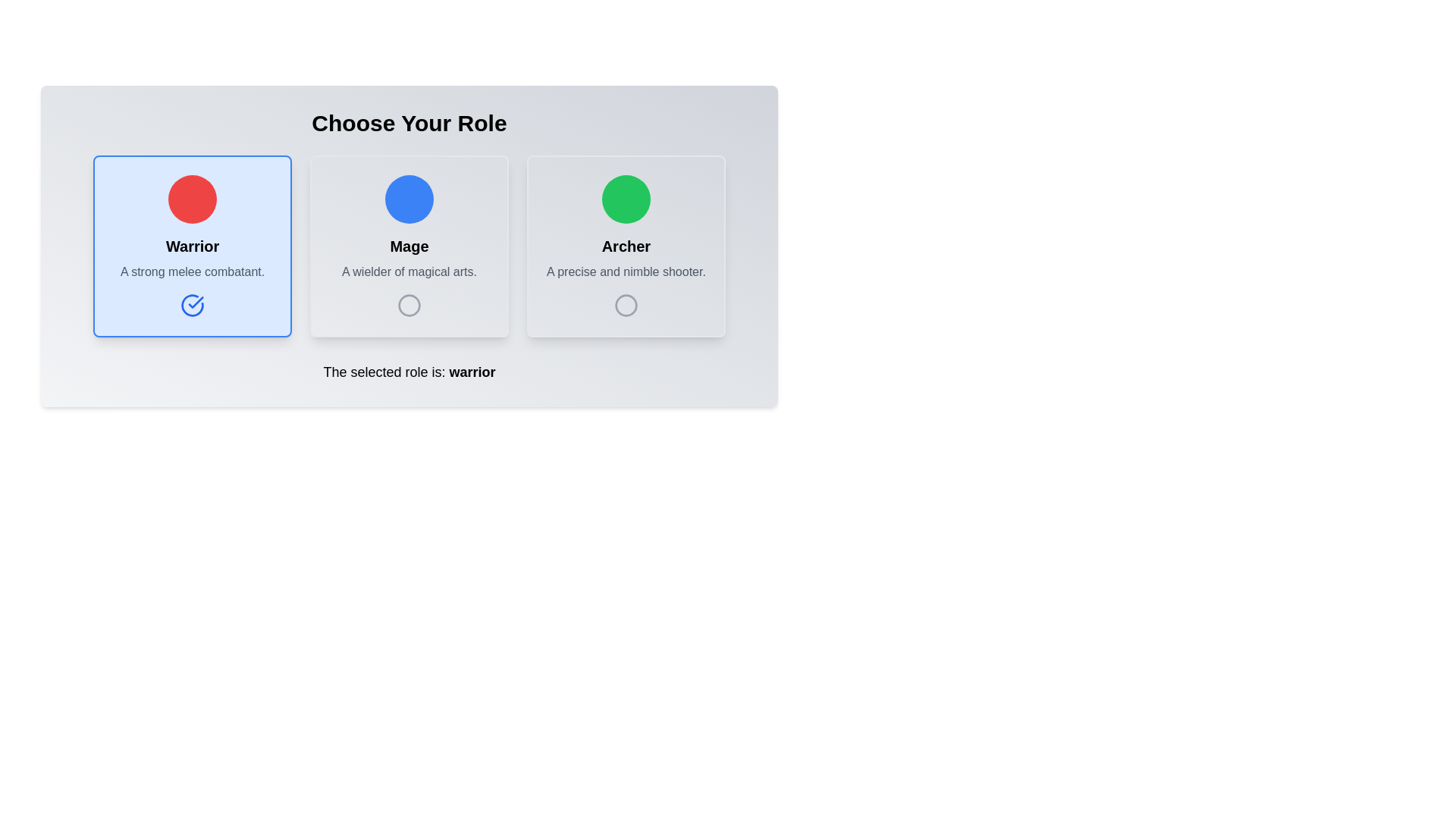 This screenshot has width=1456, height=819. I want to click on the visual state of the Icon with a blue checkmark representing the selection of the 'Warrior' card in the 'Choose Your Role' selection panel, so click(192, 305).